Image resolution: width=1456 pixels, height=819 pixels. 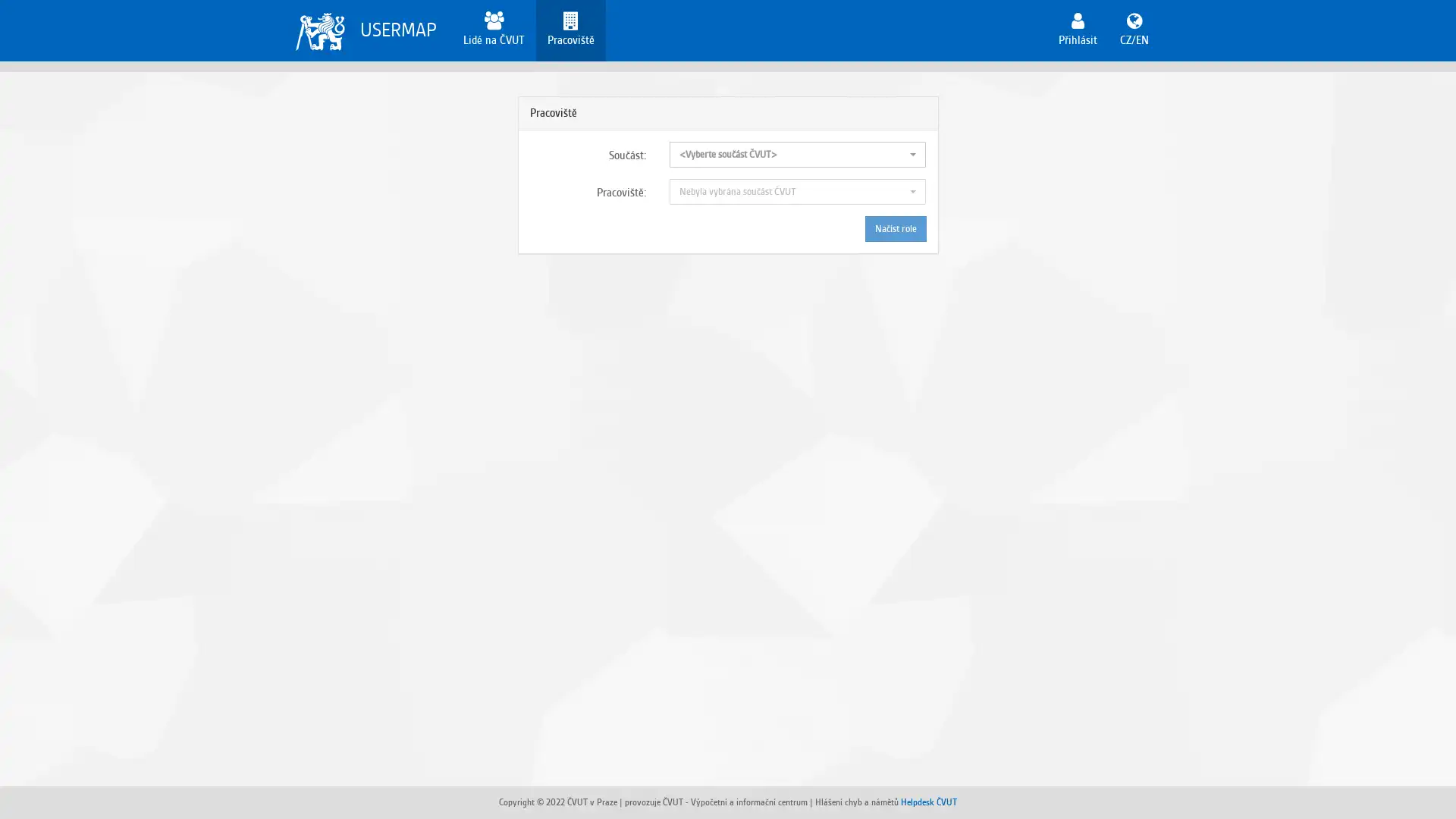 I want to click on <Vyberte soucast CVUT>, so click(x=796, y=155).